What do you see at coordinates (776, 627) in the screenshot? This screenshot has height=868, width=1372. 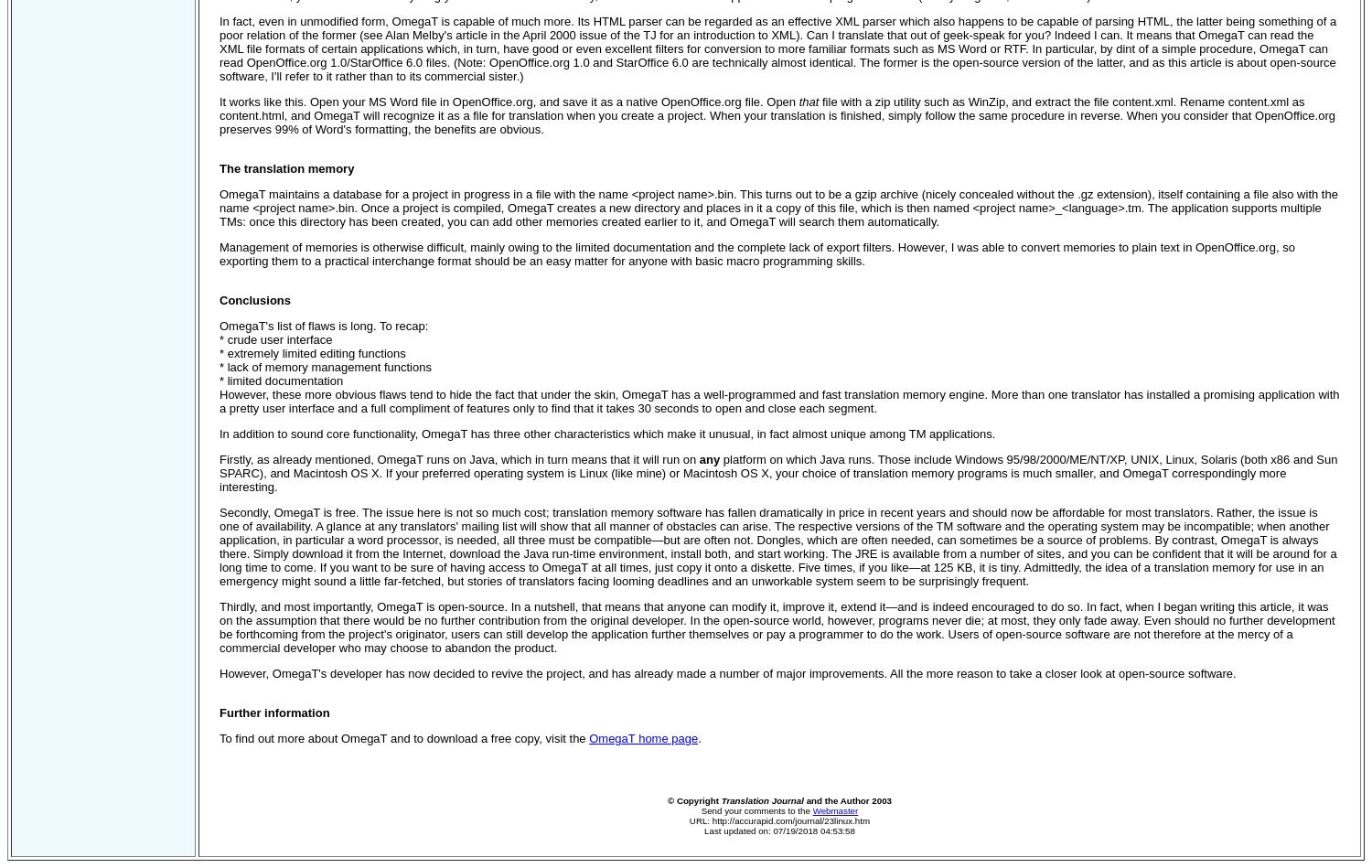 I see `'Thirdly, and most importantly, OmegaT is open-source. In a nutshell, that means that anyone can modify it, improve it, extend it—and is indeed encouraged to do so. In fact, when I began writing this article, it was on the assumption that there would be no further contribution from the original developer. In the open-source world, however, programs never die; at most, they only fade away. Even should no further development be forthcoming from the project's originator, users can still develop the application further themselves or pay a programmer to do the work. Users of open-source software are not therefore at the mercy of a commercial developer who may choose to abandon the product.'` at bounding box center [776, 627].